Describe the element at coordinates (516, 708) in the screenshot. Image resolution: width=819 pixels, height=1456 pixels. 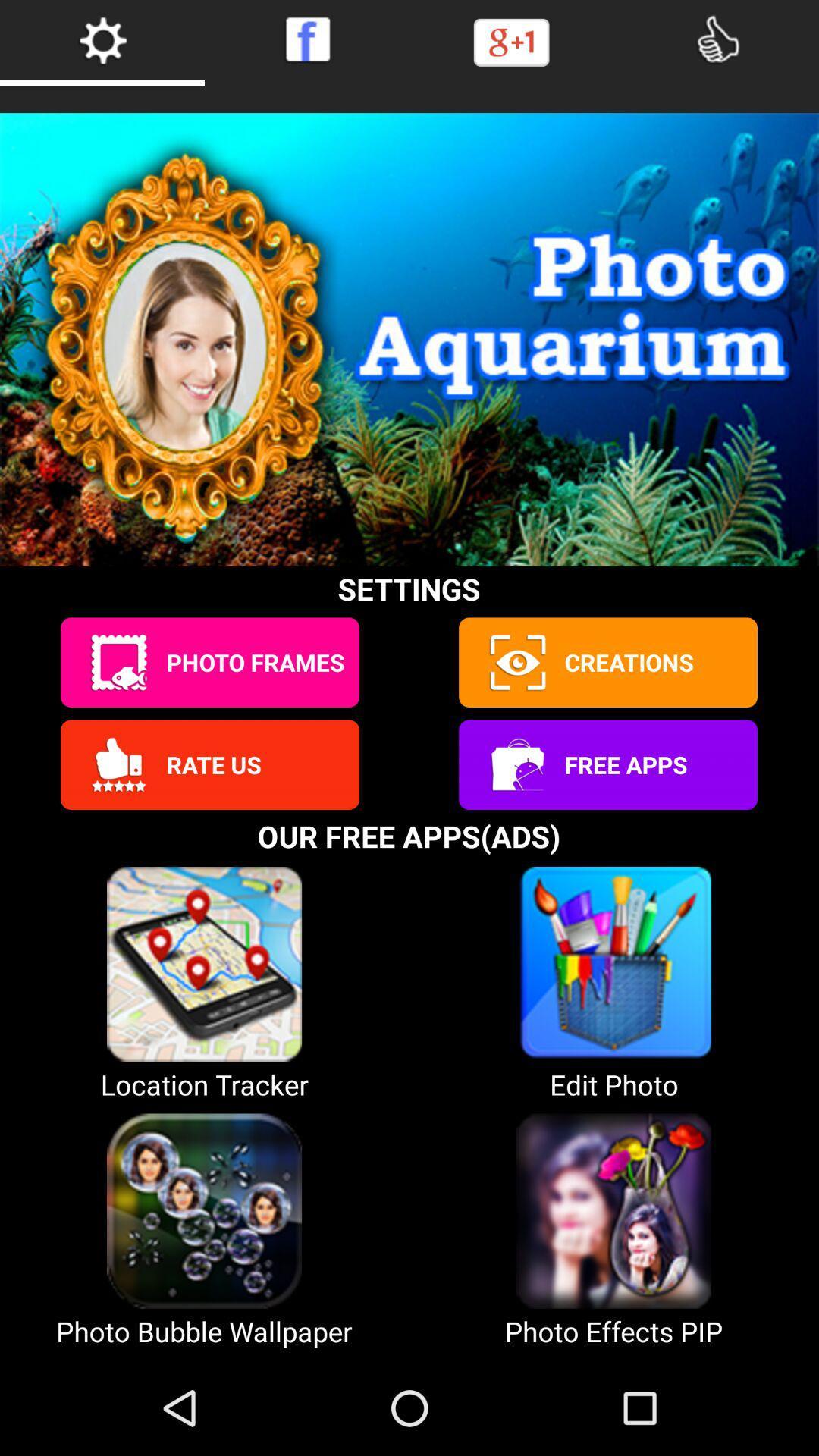
I see `the visibility icon` at that location.